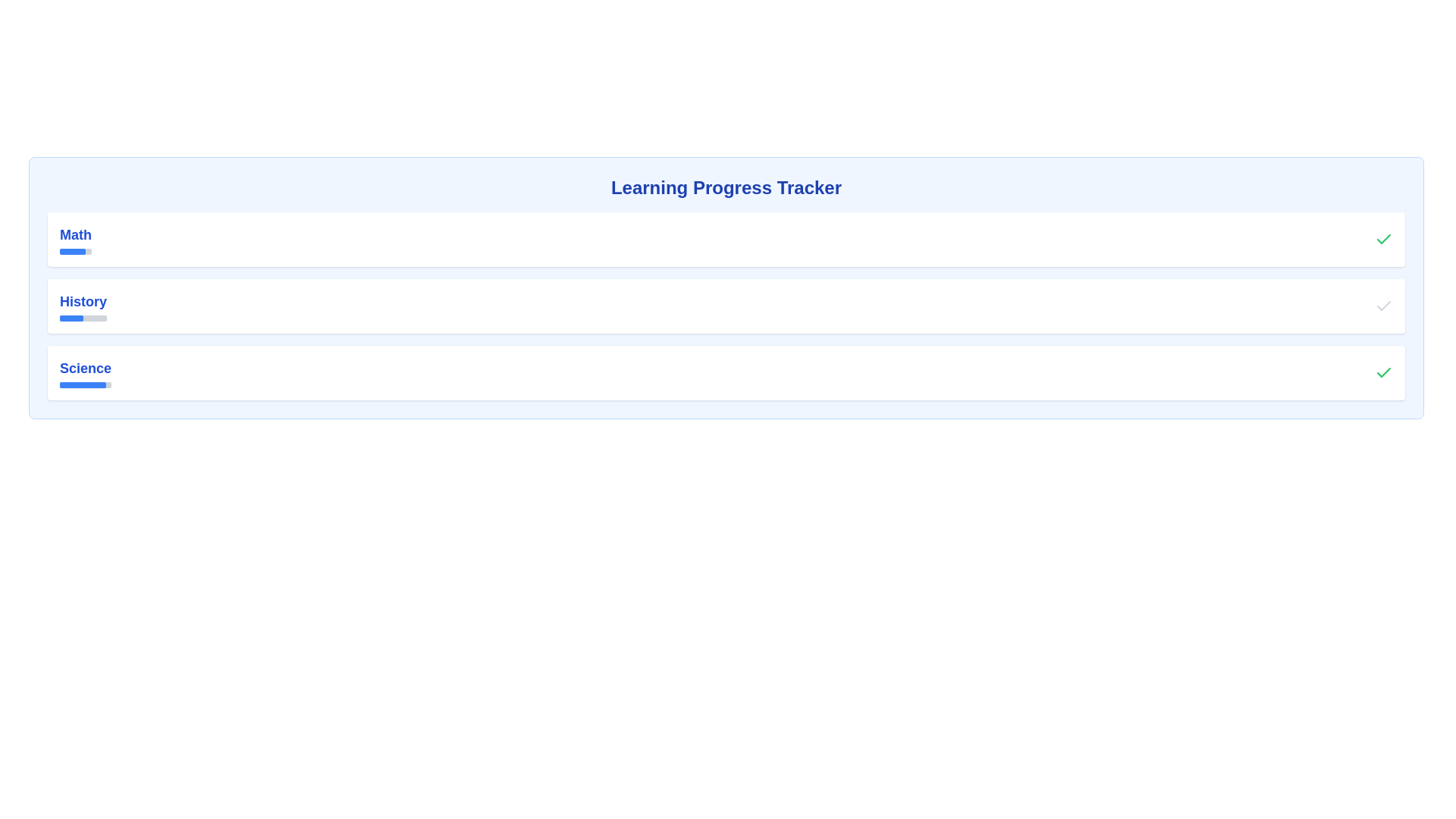 This screenshot has height=819, width=1456. Describe the element at coordinates (85, 369) in the screenshot. I see `the text label displaying 'Science' which is styled with a blue bold font and is the third item in a list of educational subjects` at that location.